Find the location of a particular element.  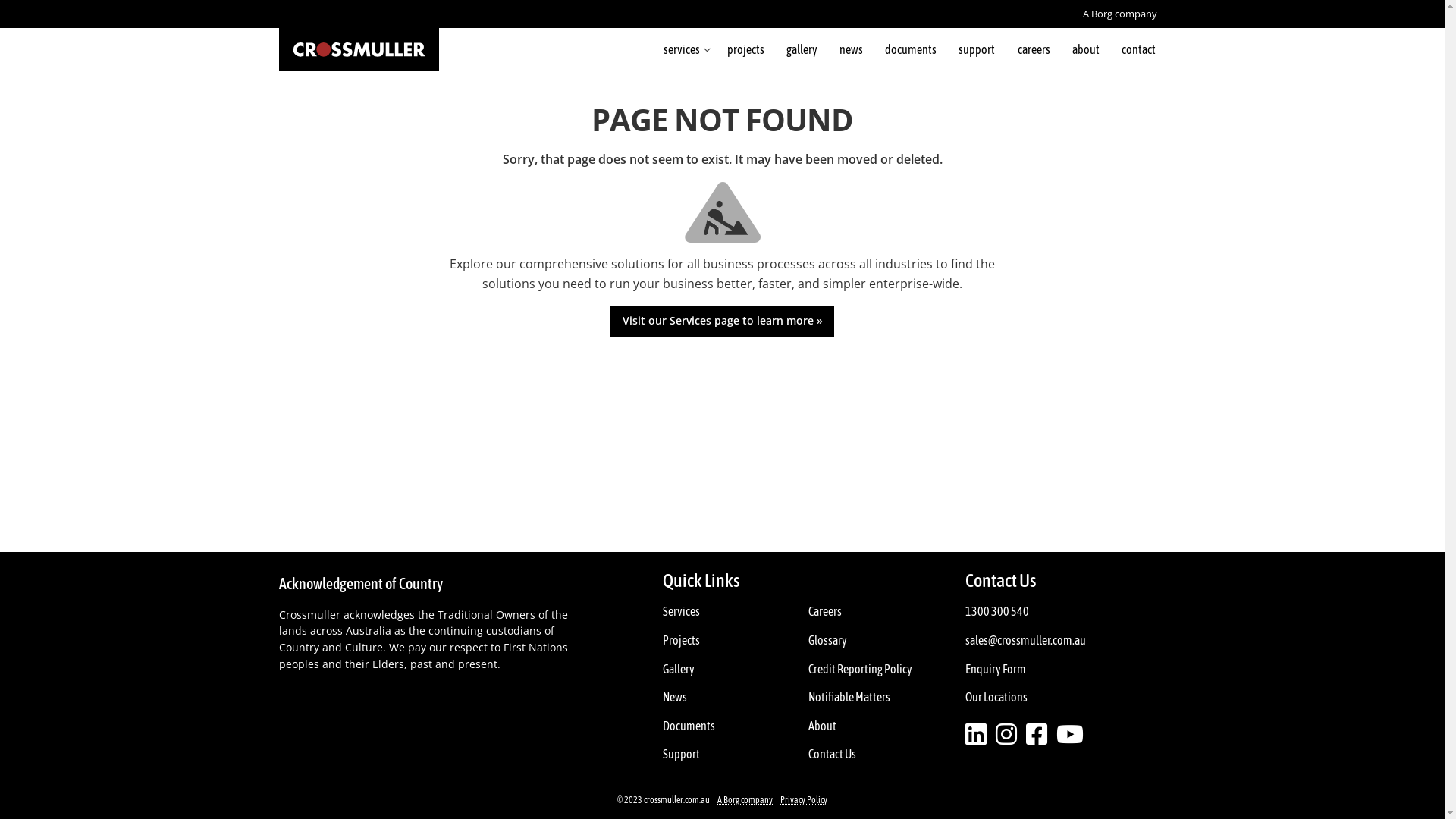

'projects' is located at coordinates (745, 49).